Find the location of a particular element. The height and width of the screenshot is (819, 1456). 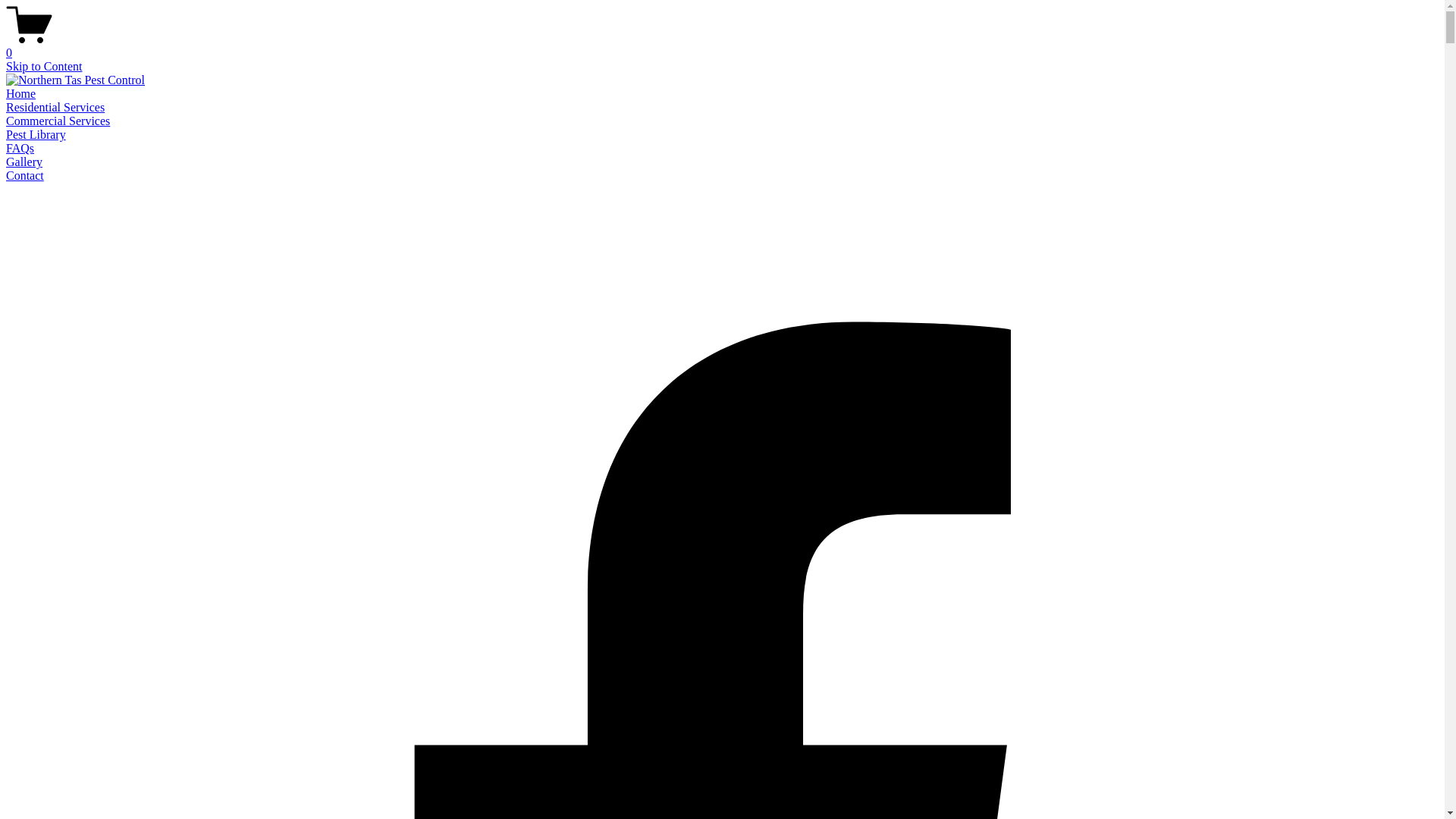

'Skip to Content' is located at coordinates (43, 65).